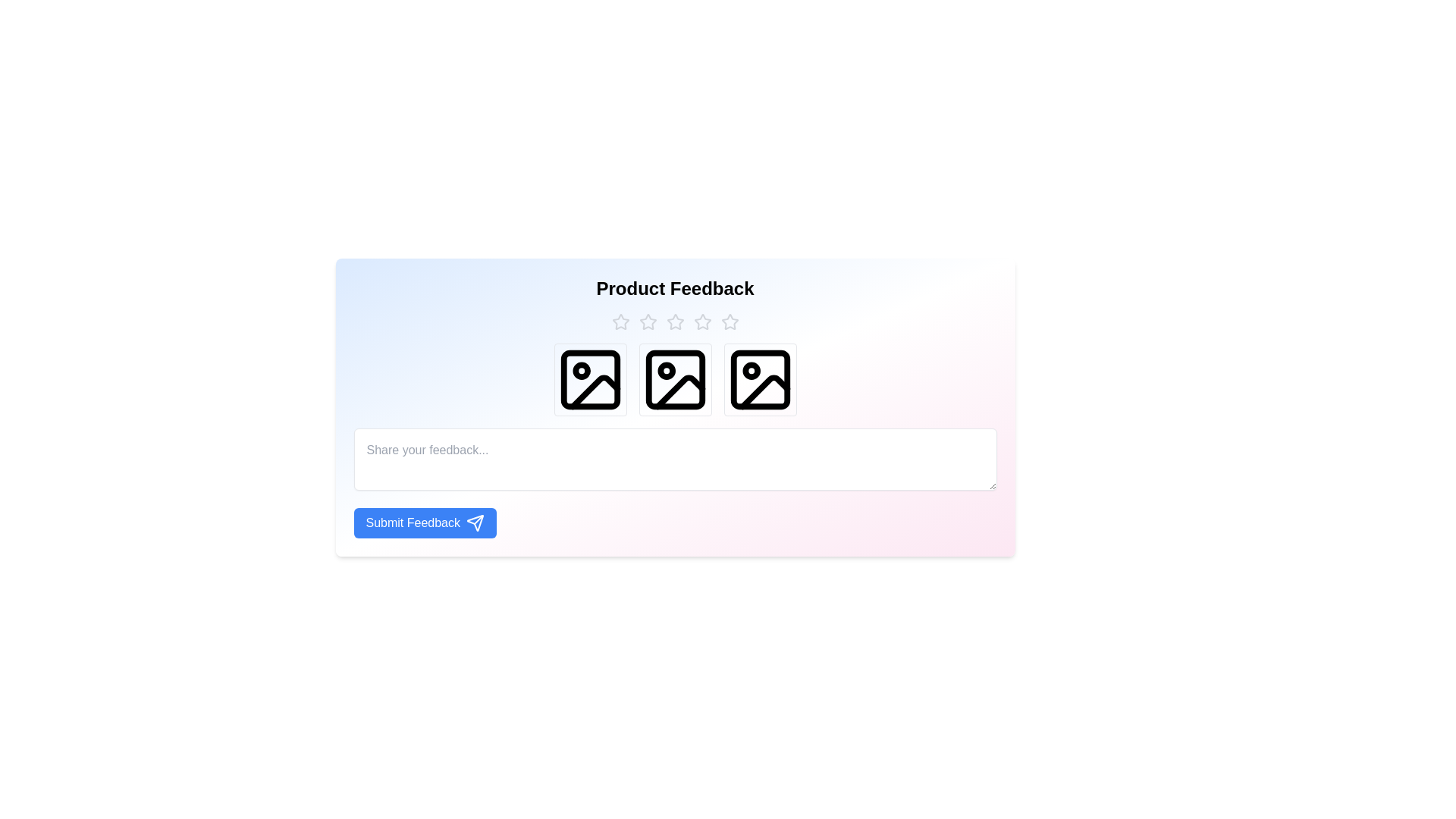 This screenshot has height=819, width=1456. What do you see at coordinates (425, 522) in the screenshot?
I see `the 'Submit Feedback' button to submit the feedback` at bounding box center [425, 522].